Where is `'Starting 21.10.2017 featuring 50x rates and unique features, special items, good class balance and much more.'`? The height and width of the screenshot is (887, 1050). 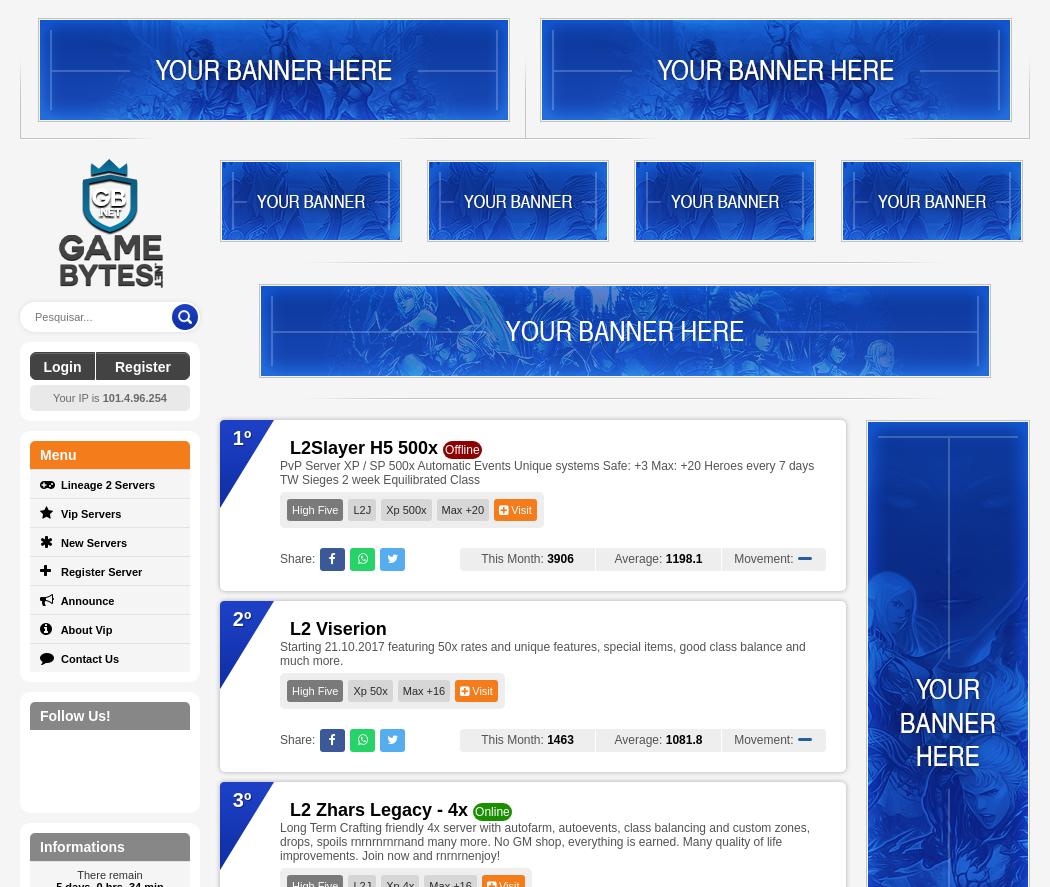
'Starting 21.10.2017 featuring 50x rates and unique features, special items, good class balance and much more.' is located at coordinates (542, 652).